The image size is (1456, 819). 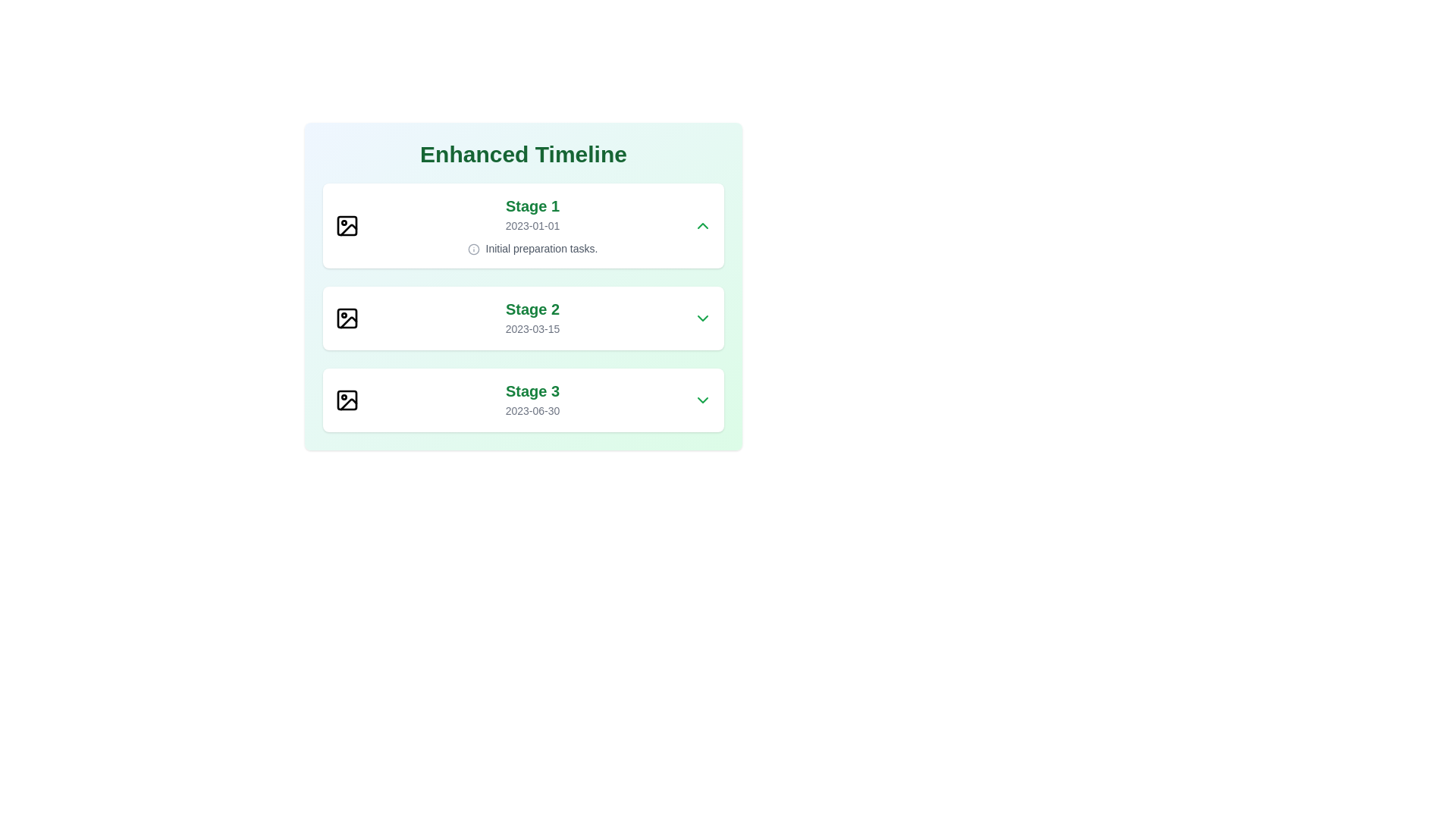 What do you see at coordinates (346, 225) in the screenshot?
I see `the icon representing a placeholder for an image, located to the left of the text 'Stage 1' and '2023-01-01' in the top-left corner of the first entry box in the timeline stages` at bounding box center [346, 225].